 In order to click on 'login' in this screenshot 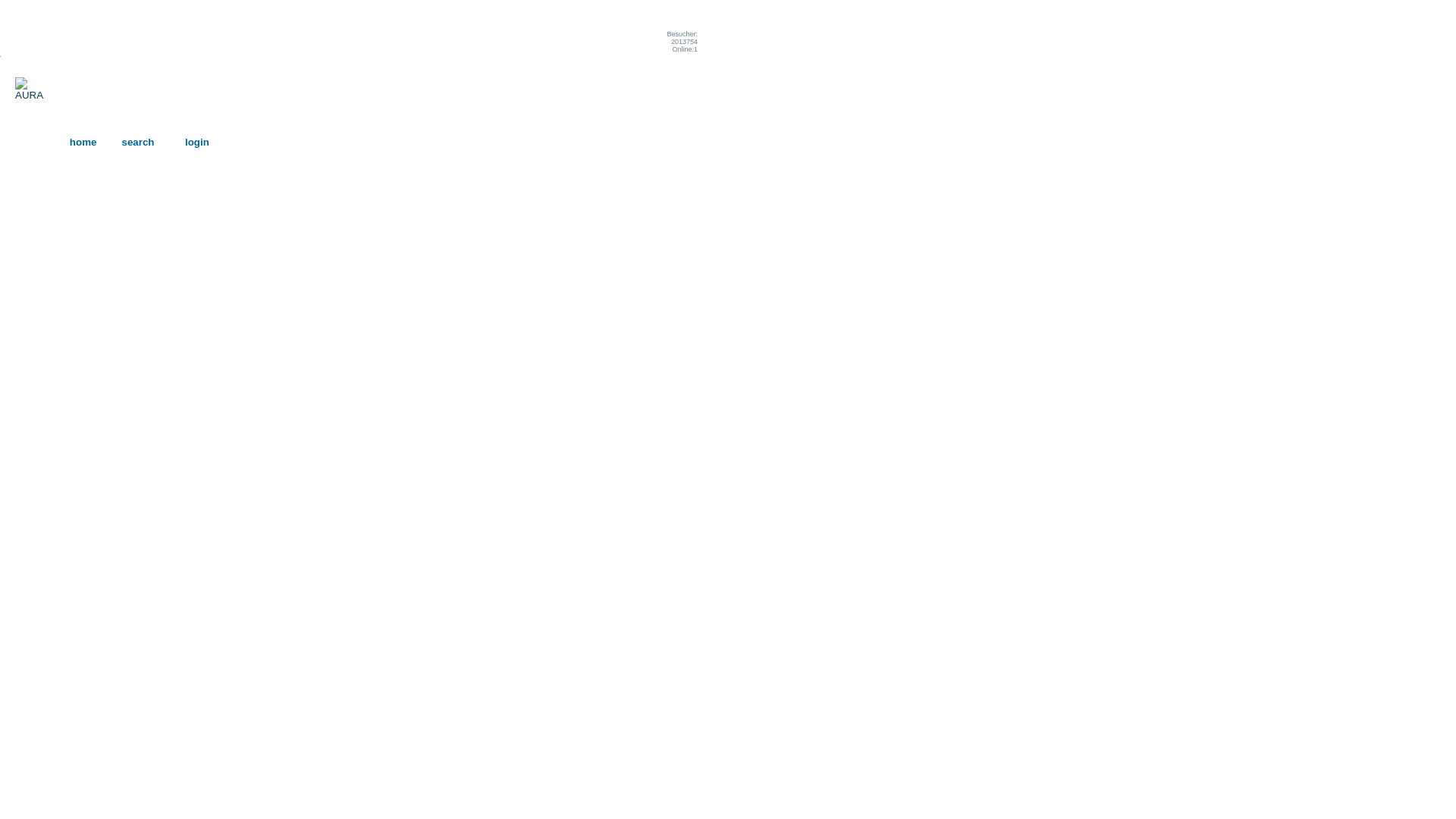, I will do `click(196, 142)`.